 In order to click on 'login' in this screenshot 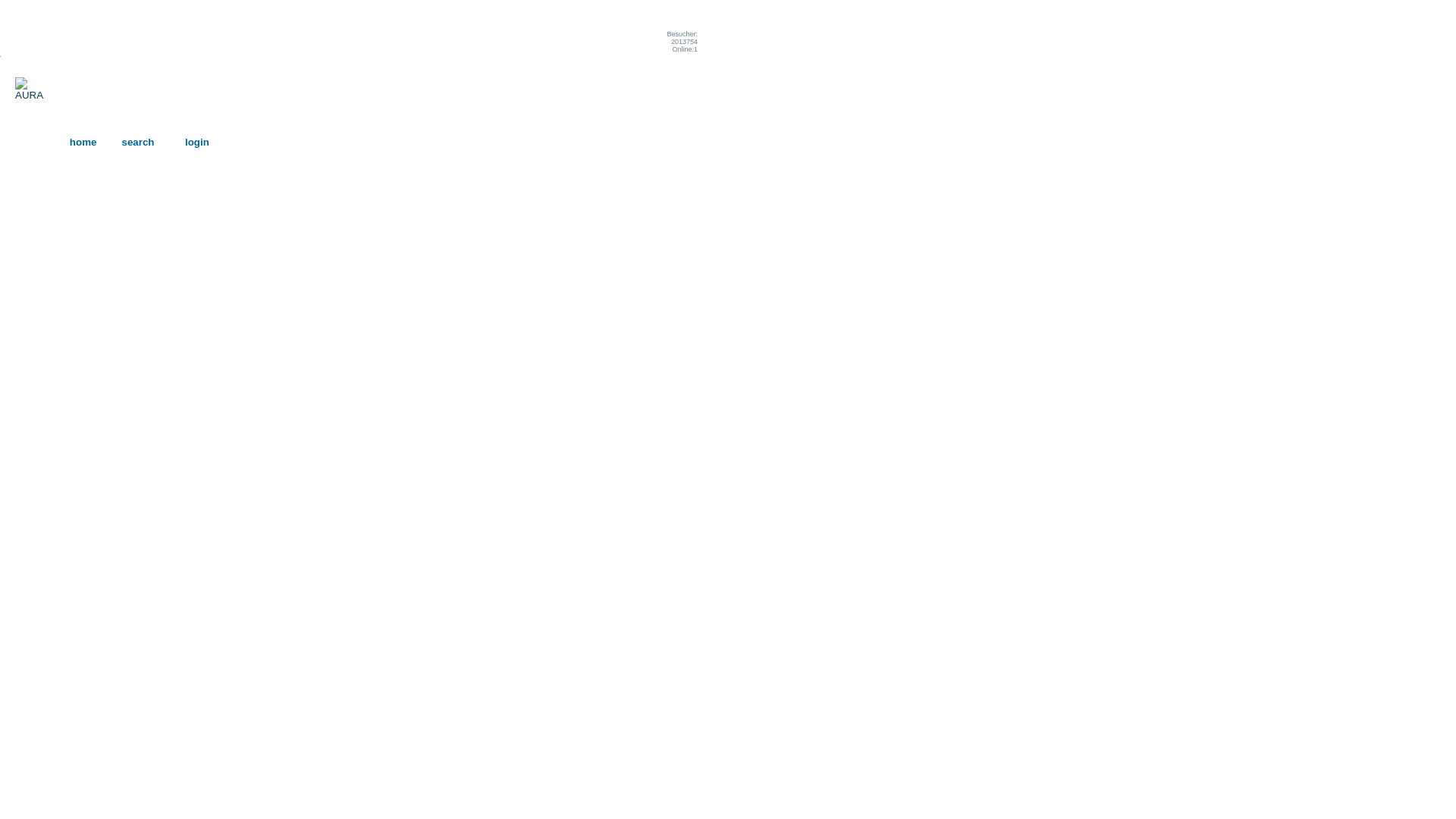, I will do `click(196, 142)`.